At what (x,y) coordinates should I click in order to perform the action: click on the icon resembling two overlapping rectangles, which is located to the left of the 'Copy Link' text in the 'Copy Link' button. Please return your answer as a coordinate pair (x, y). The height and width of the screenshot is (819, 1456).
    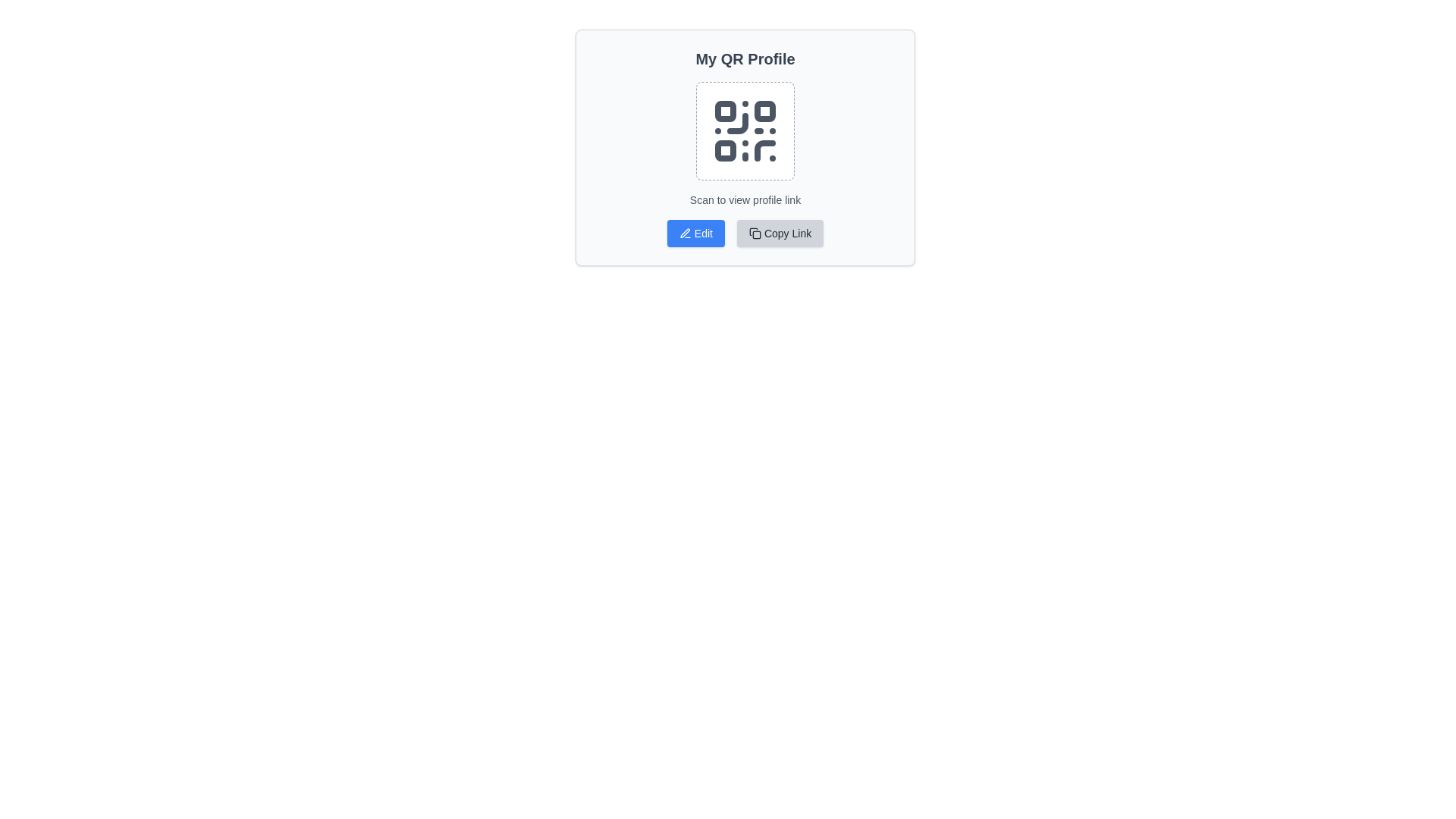
    Looking at the image, I should click on (755, 234).